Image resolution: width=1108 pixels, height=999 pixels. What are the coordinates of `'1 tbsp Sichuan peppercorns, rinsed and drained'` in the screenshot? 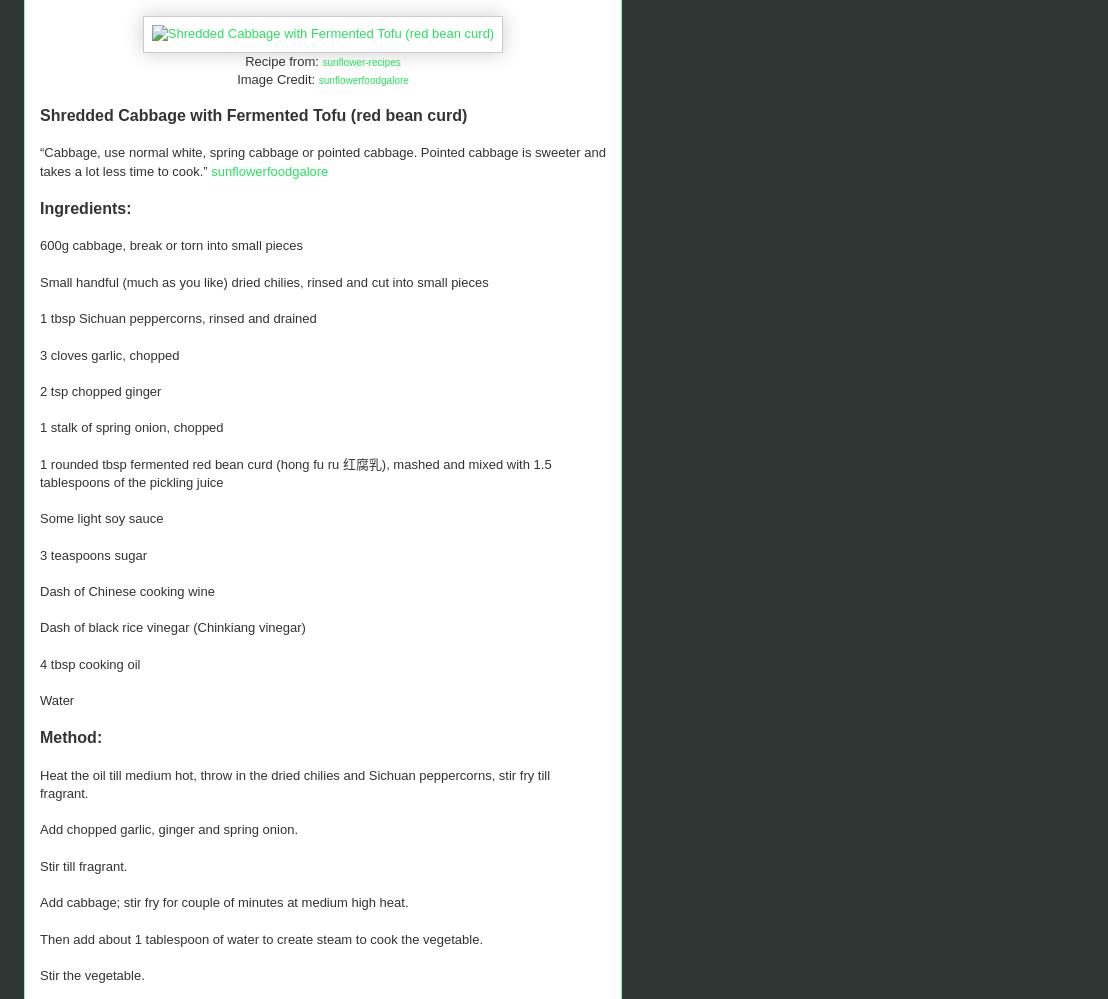 It's located at (176, 317).